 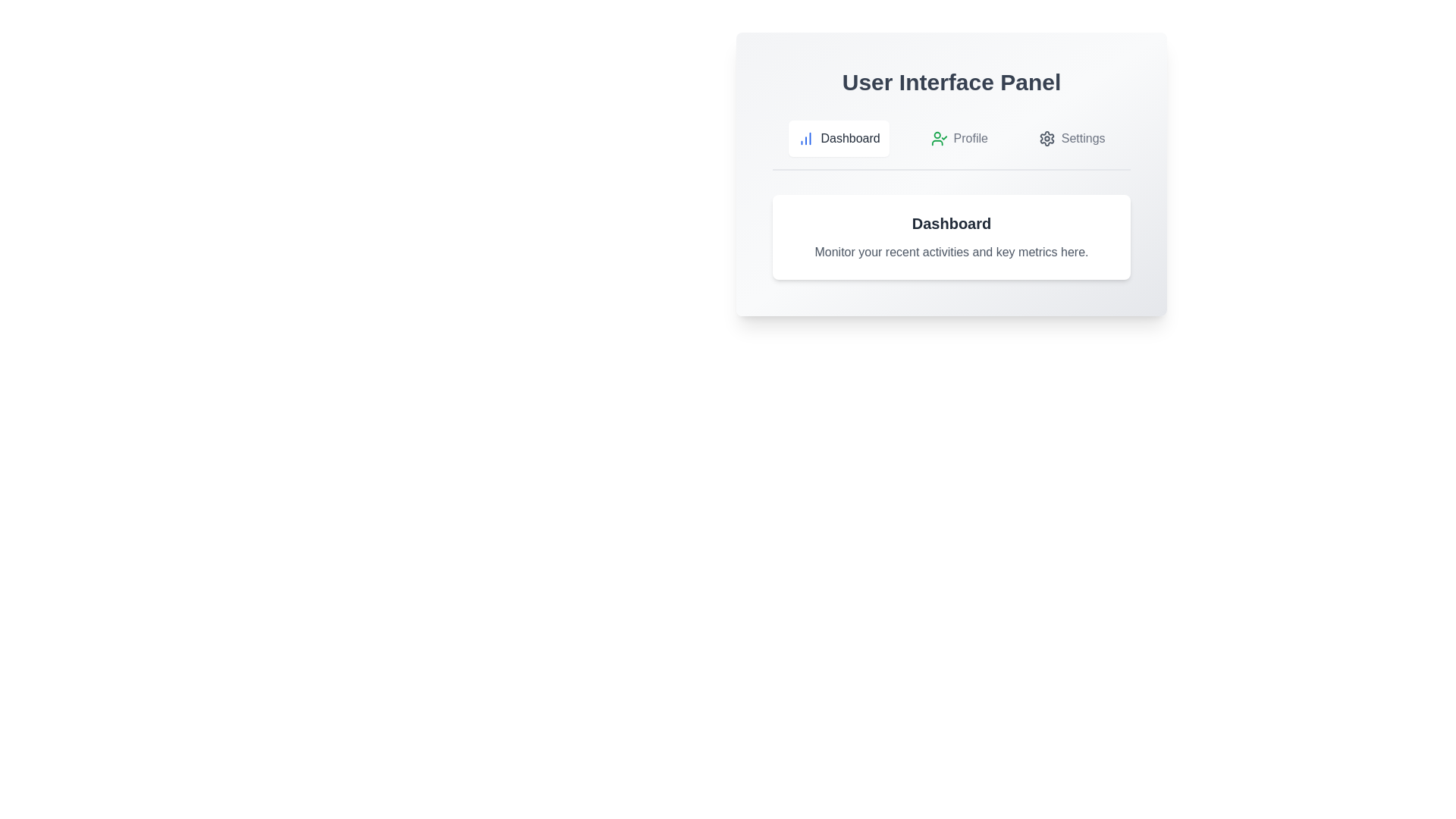 I want to click on the Settings button to observe its hover effect, so click(x=1071, y=138).